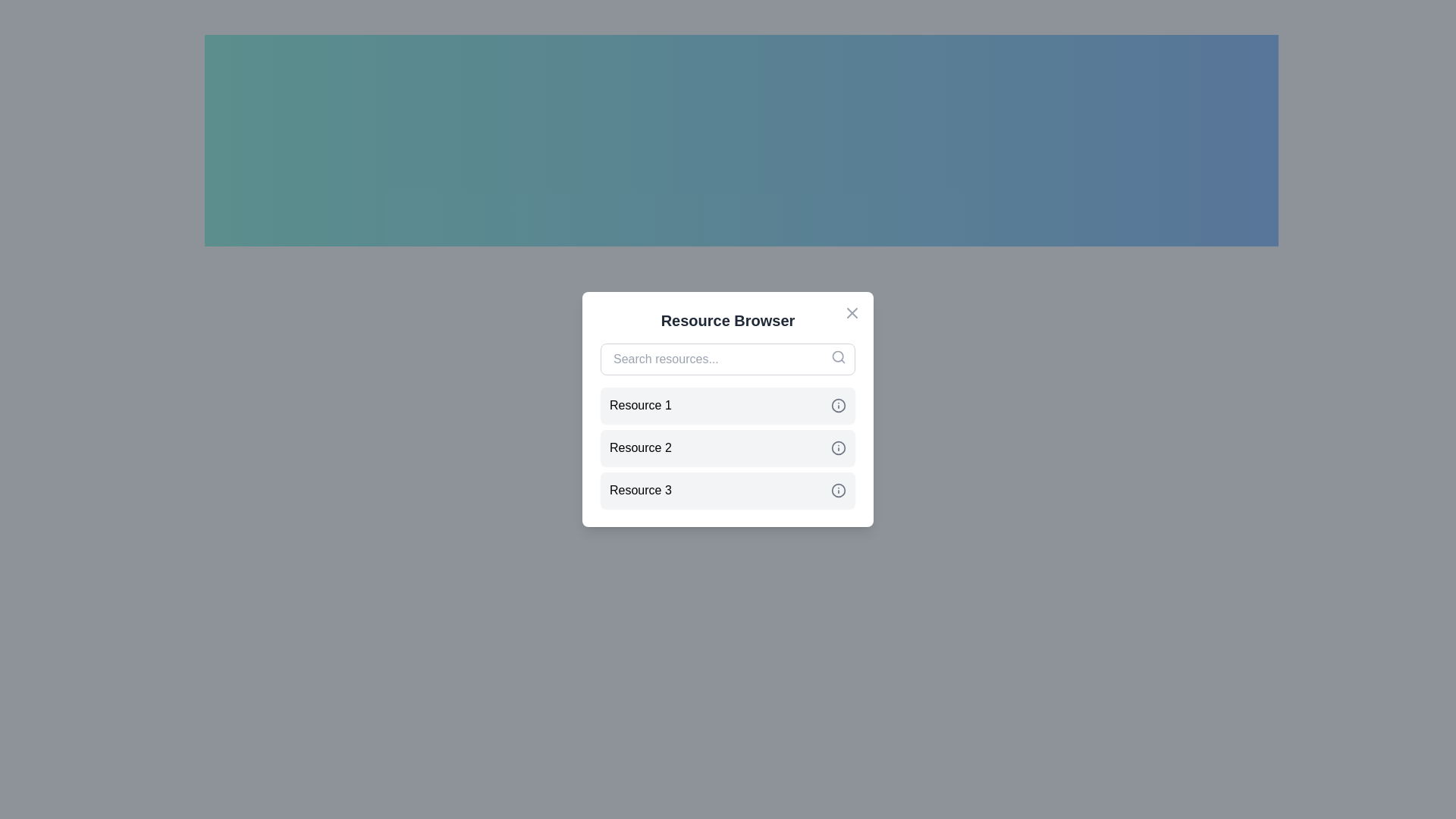 Image resolution: width=1456 pixels, height=819 pixels. What do you see at coordinates (837, 491) in the screenshot?
I see `the informational icon, which is a small circular icon with a gray outline and an 'i' symbol, located at the far-right end of the 'Resource 3' row in the 'Resource Browser'` at bounding box center [837, 491].